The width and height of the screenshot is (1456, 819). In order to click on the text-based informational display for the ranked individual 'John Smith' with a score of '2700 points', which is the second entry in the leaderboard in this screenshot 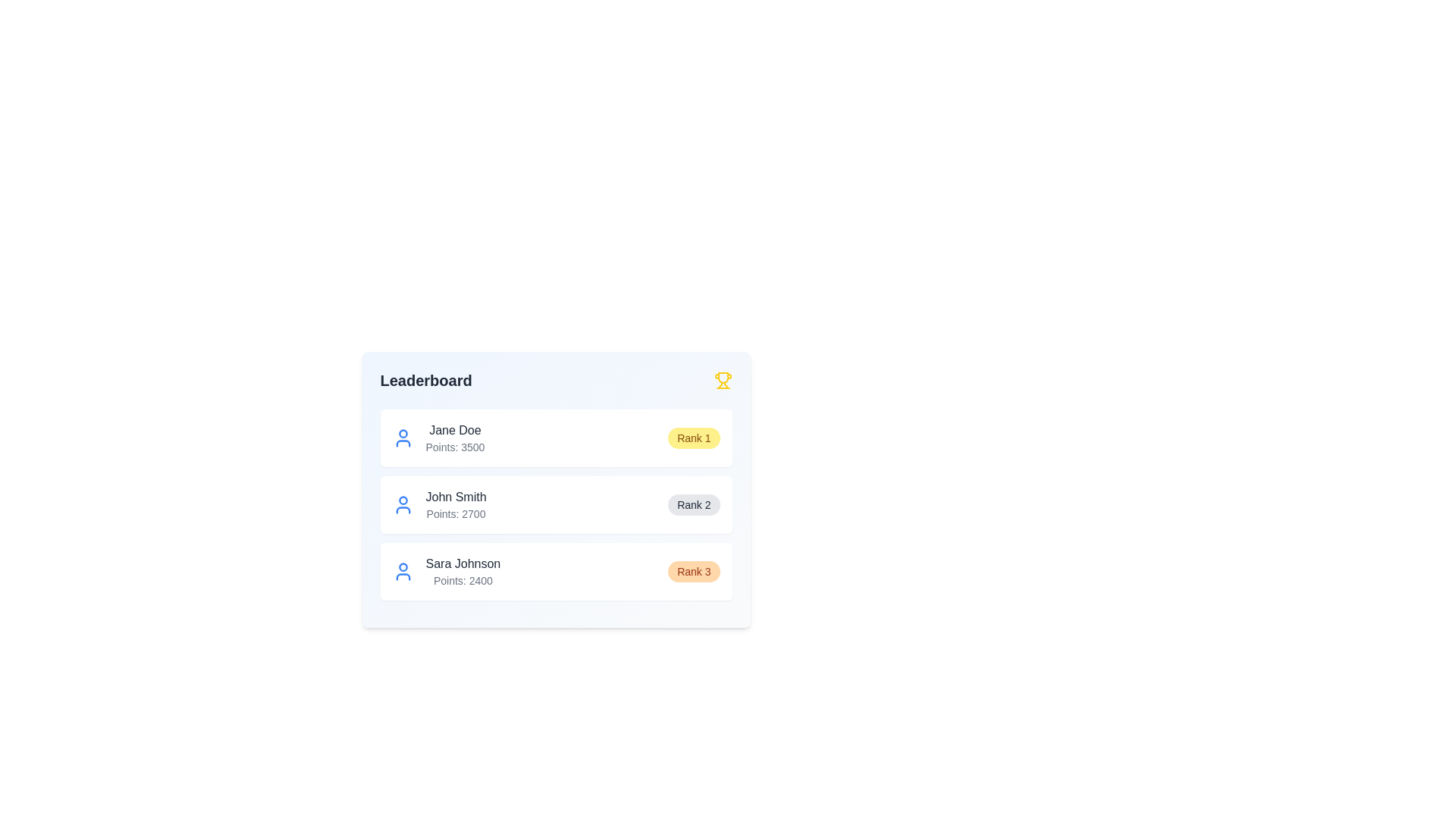, I will do `click(455, 505)`.